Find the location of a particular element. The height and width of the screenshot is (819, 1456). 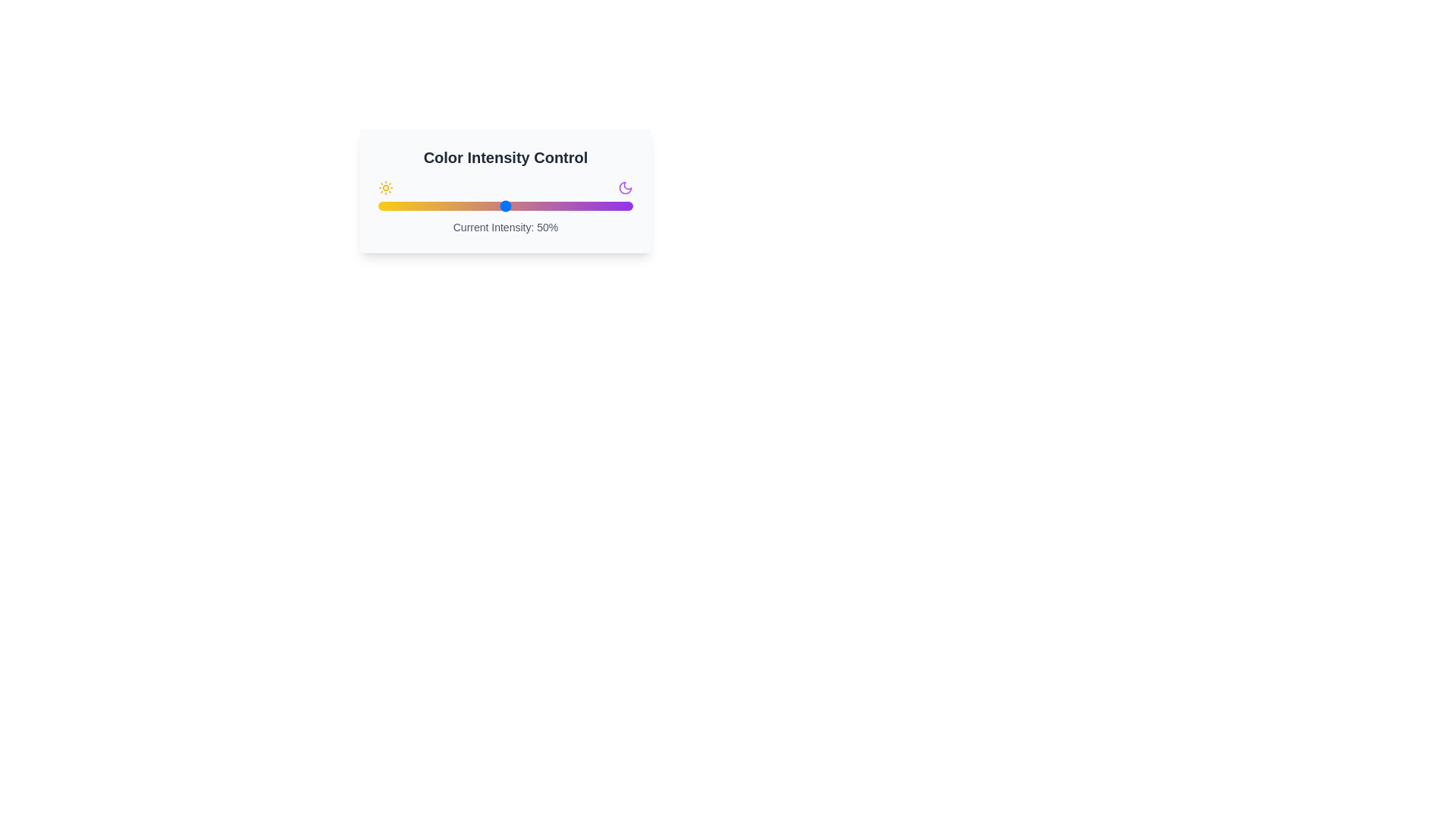

the color intensity to 13% by adjusting the slider is located at coordinates (411, 206).